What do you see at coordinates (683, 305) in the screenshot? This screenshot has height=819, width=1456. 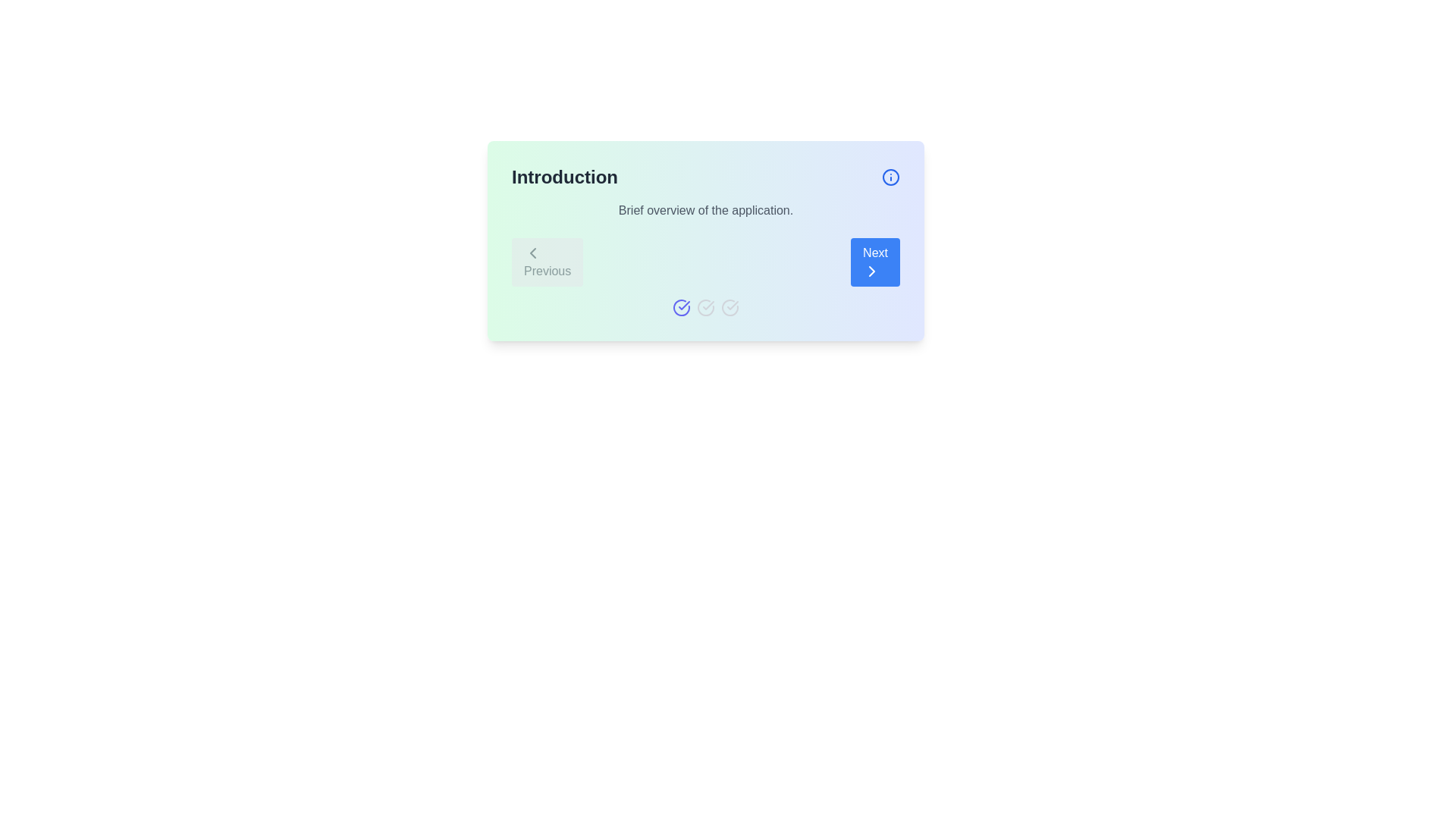 I see `the visual state of the checkmark within the circular indigo icon, which indicates successful completion or selection` at bounding box center [683, 305].